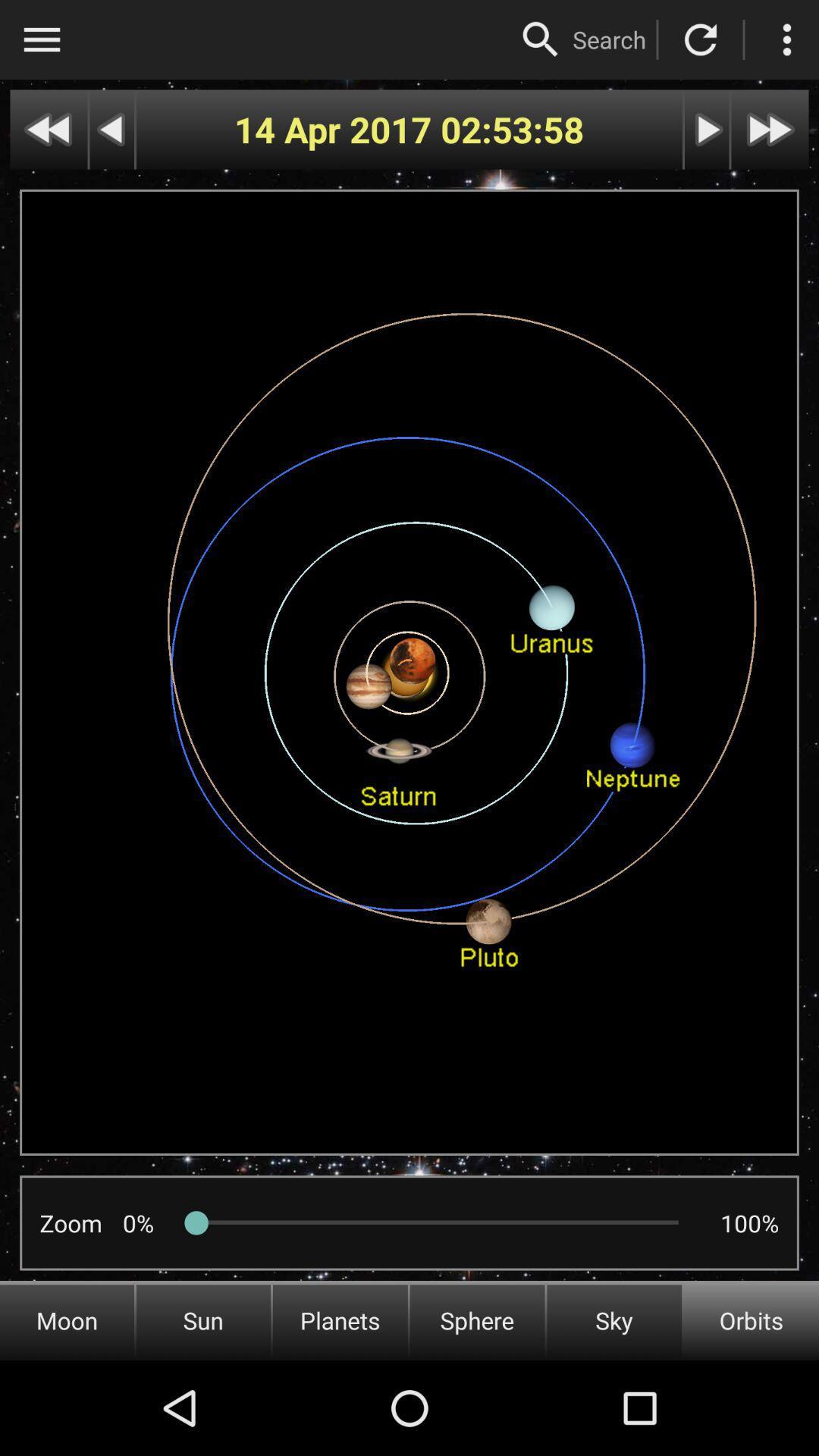  What do you see at coordinates (540, 39) in the screenshot?
I see `the search icon` at bounding box center [540, 39].